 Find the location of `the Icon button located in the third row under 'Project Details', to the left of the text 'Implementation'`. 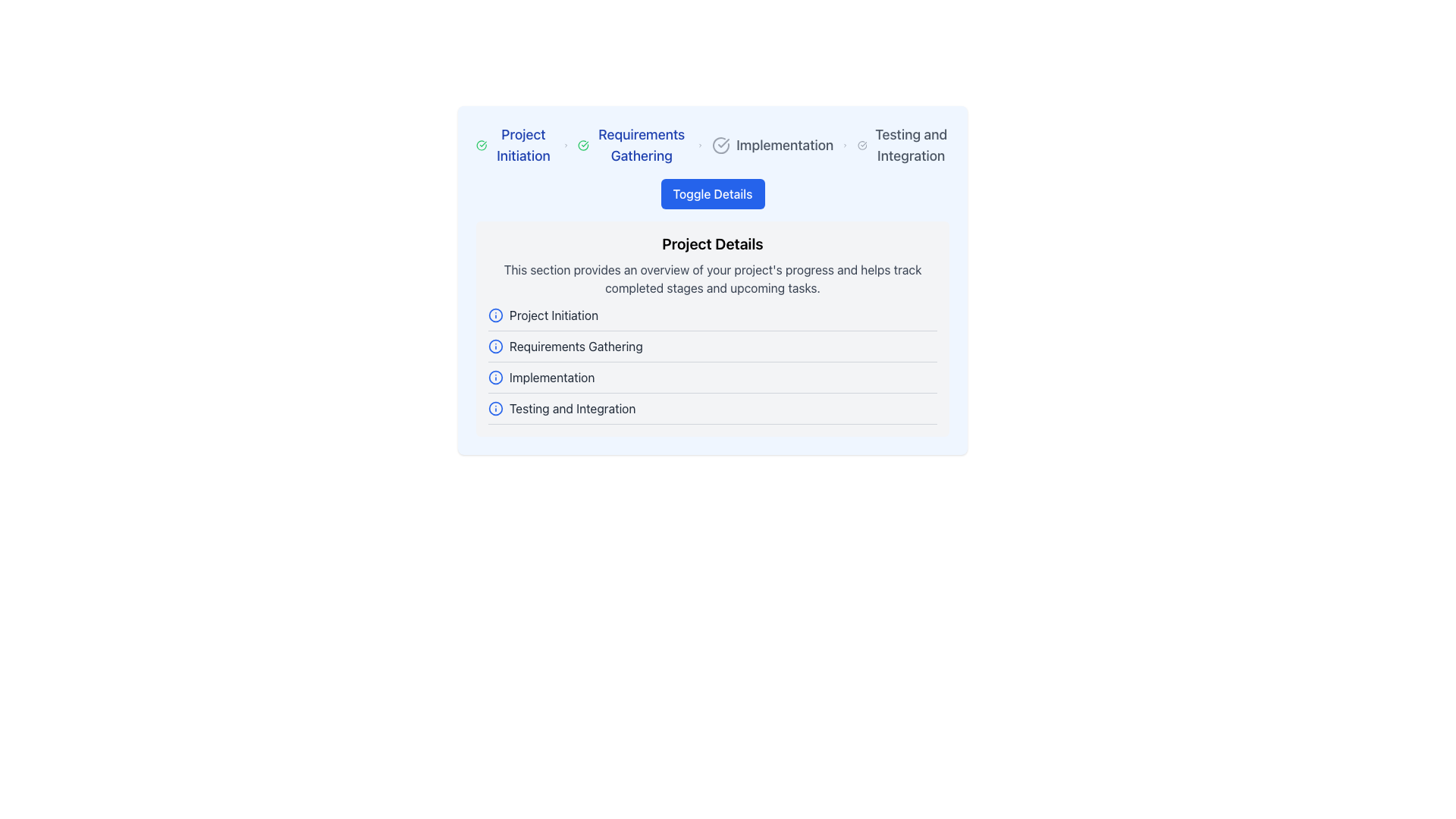

the Icon button located in the third row under 'Project Details', to the left of the text 'Implementation' is located at coordinates (495, 376).